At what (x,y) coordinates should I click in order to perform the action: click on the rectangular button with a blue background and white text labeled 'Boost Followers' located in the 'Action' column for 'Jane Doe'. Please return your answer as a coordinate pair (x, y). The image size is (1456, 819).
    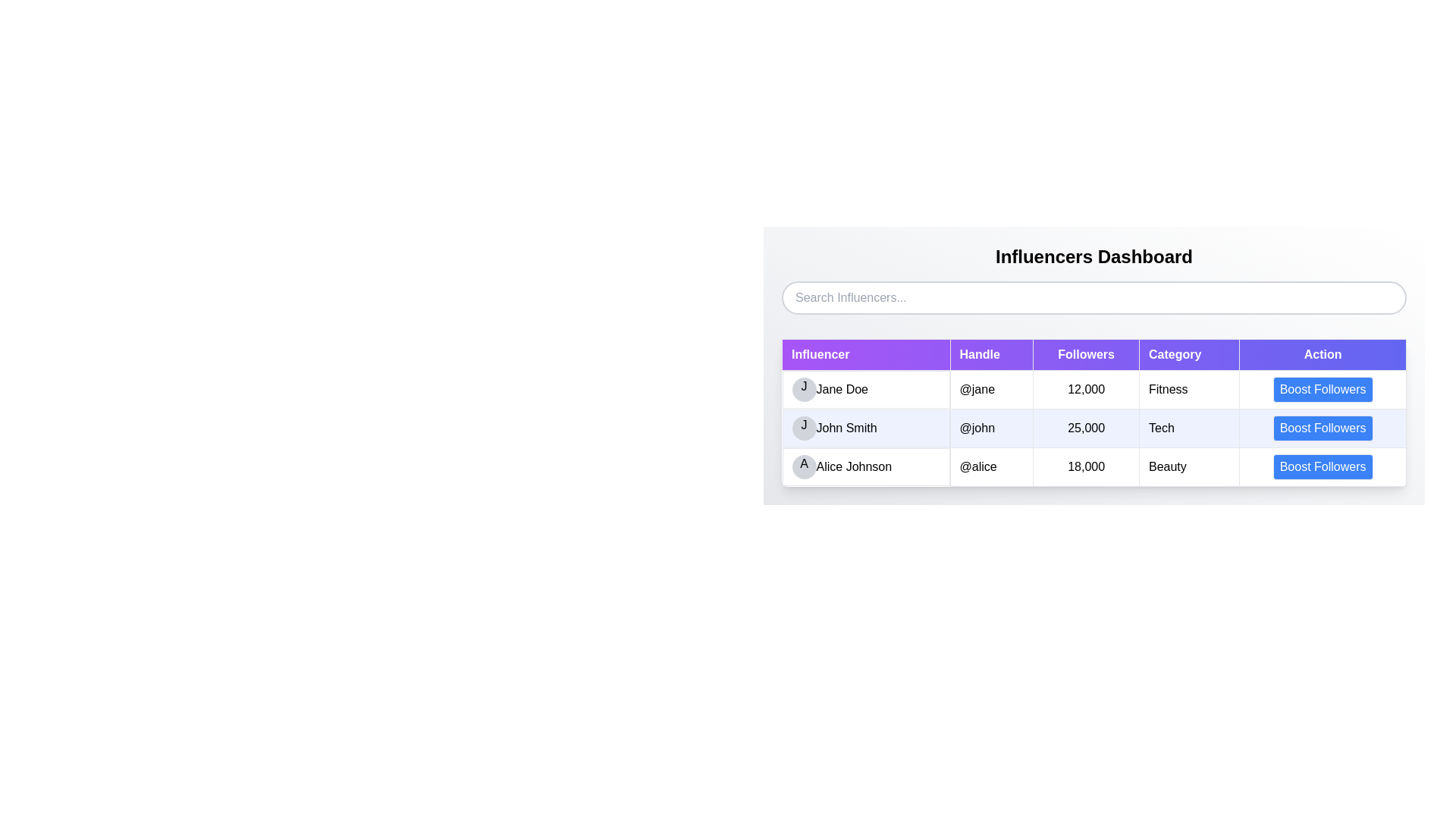
    Looking at the image, I should click on (1322, 388).